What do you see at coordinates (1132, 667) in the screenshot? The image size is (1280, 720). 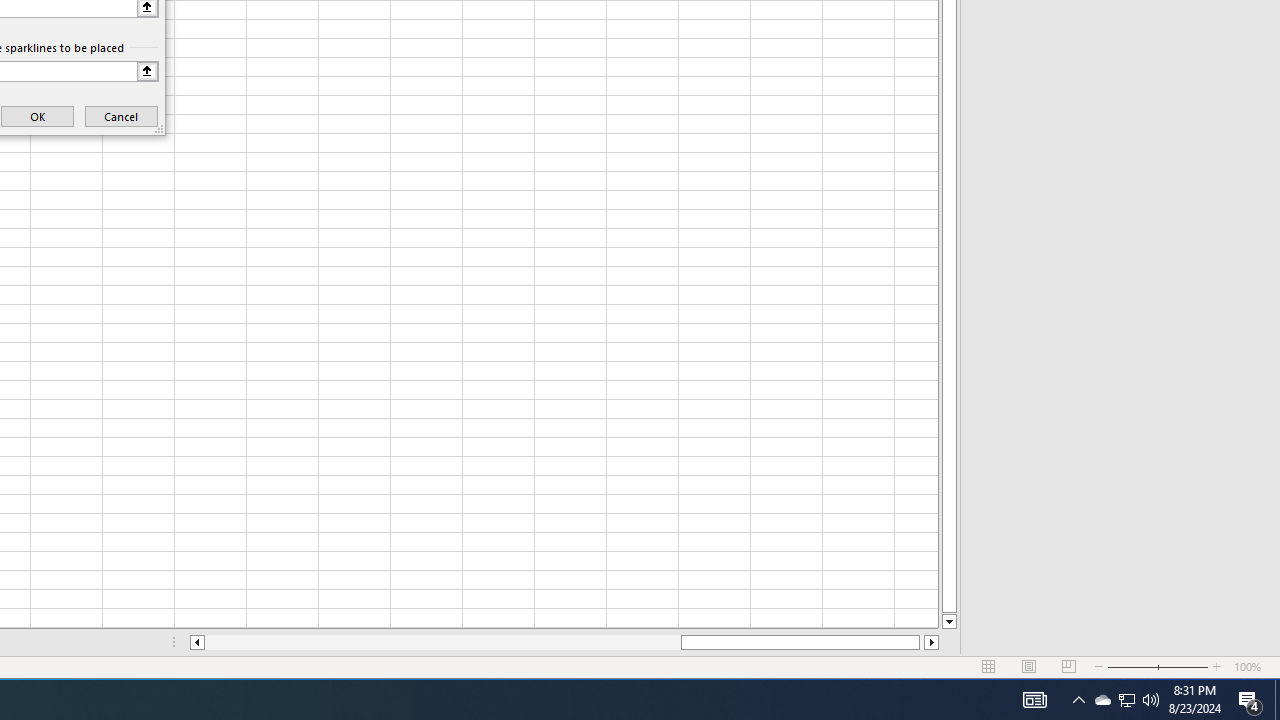 I see `'Zoom Out'` at bounding box center [1132, 667].